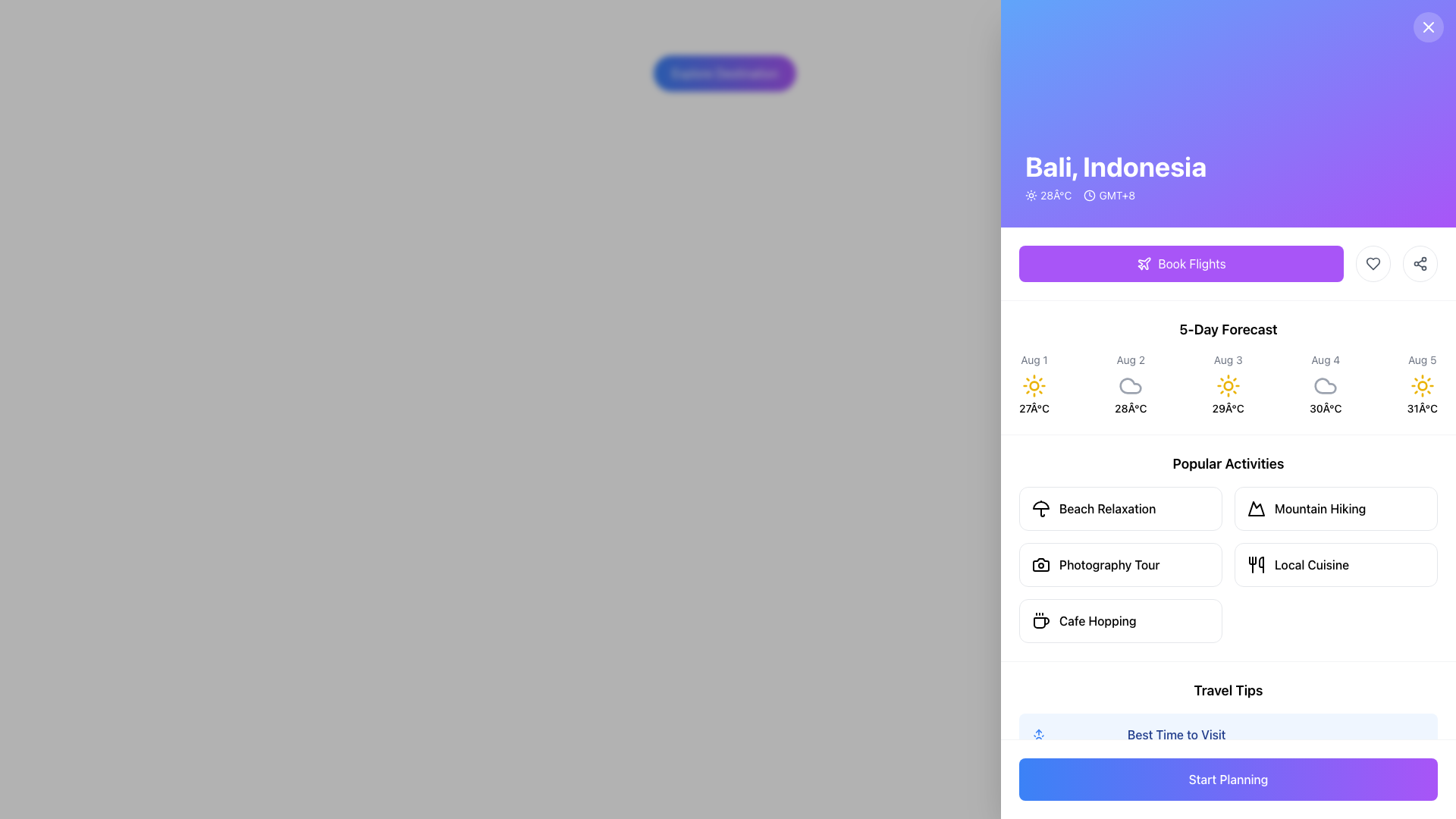 The width and height of the screenshot is (1456, 819). What do you see at coordinates (1055, 195) in the screenshot?
I see `the temperature display text element which shows the current temperature in degrees Celsius, located at the top-left corner of the interface beside an icon` at bounding box center [1055, 195].